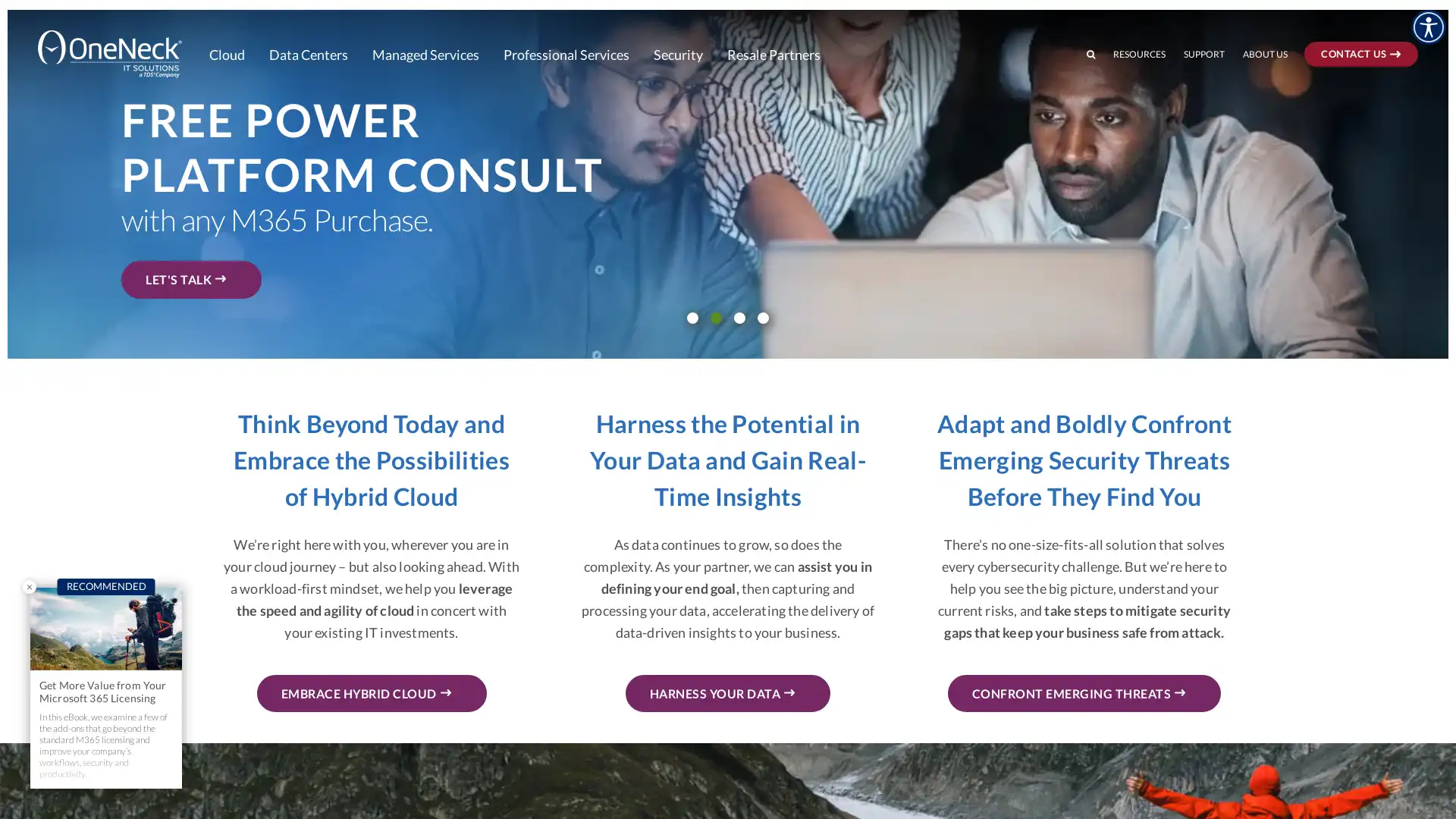  Describe the element at coordinates (1361, 52) in the screenshot. I see `CONTACT US` at that location.